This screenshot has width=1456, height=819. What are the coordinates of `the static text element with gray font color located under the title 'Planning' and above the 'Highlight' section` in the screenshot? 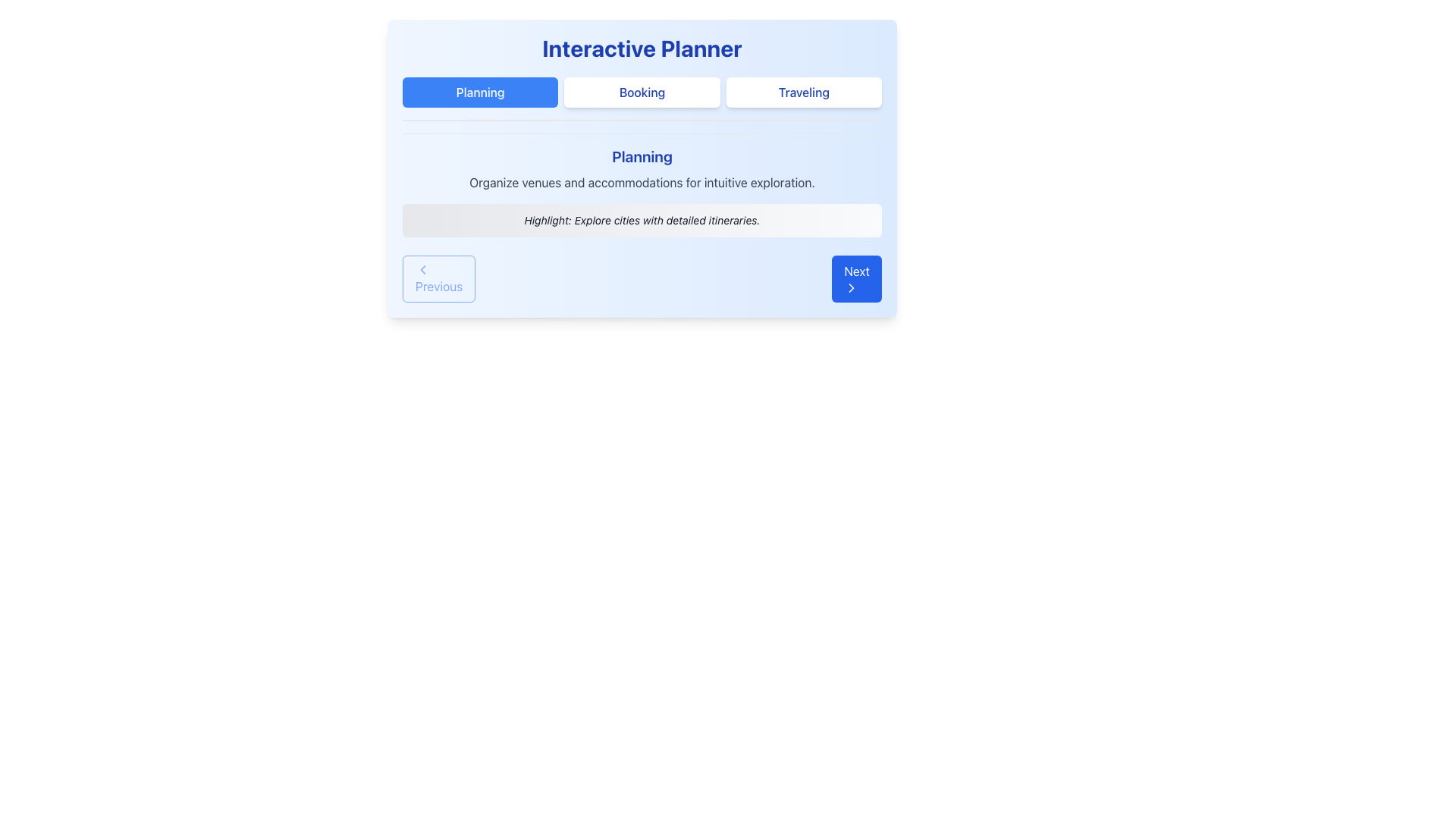 It's located at (642, 181).